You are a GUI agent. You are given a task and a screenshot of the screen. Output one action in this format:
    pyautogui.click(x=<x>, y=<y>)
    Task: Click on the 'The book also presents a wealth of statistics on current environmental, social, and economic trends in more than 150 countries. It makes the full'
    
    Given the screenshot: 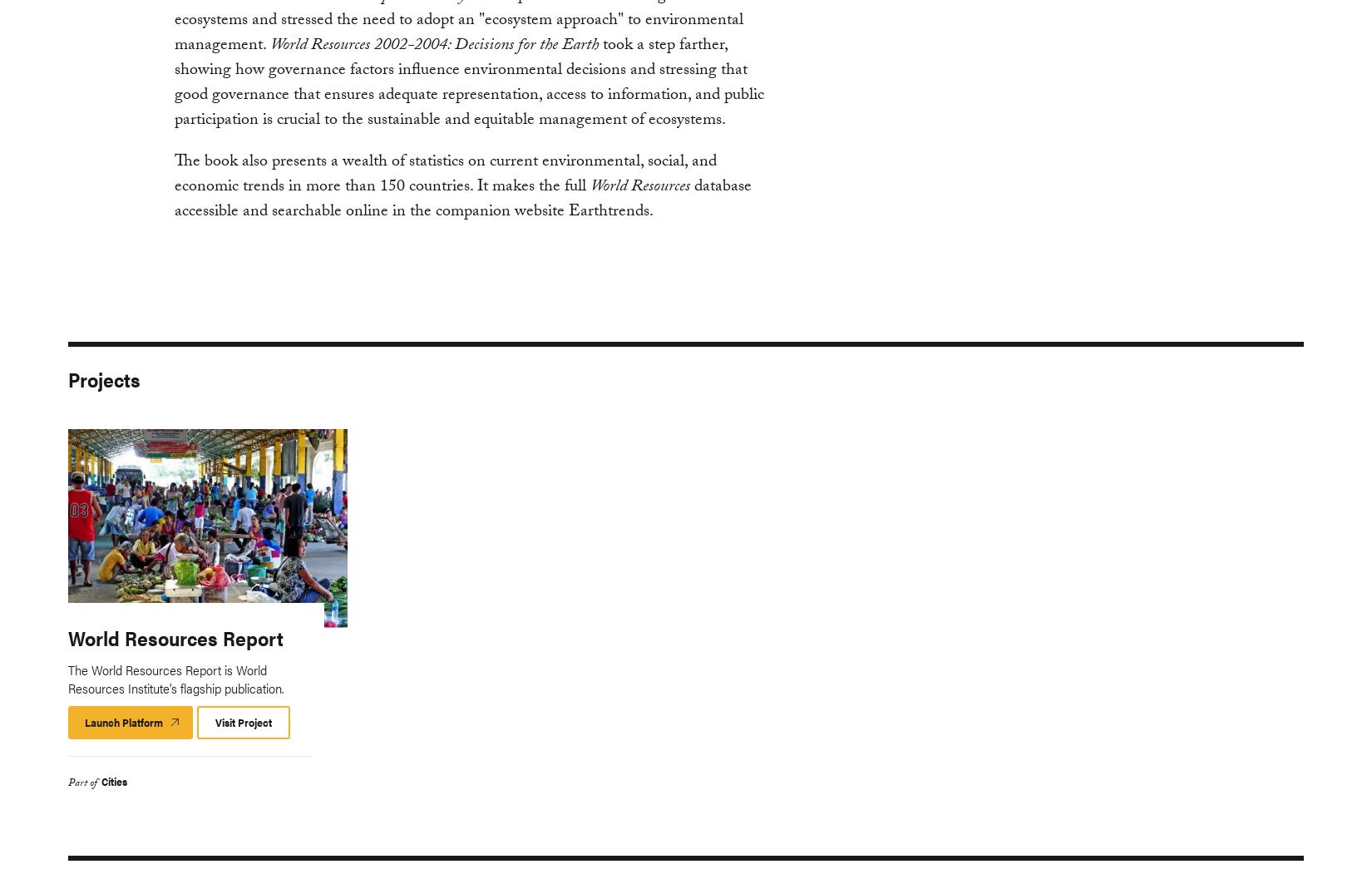 What is the action you would take?
    pyautogui.click(x=443, y=173)
    